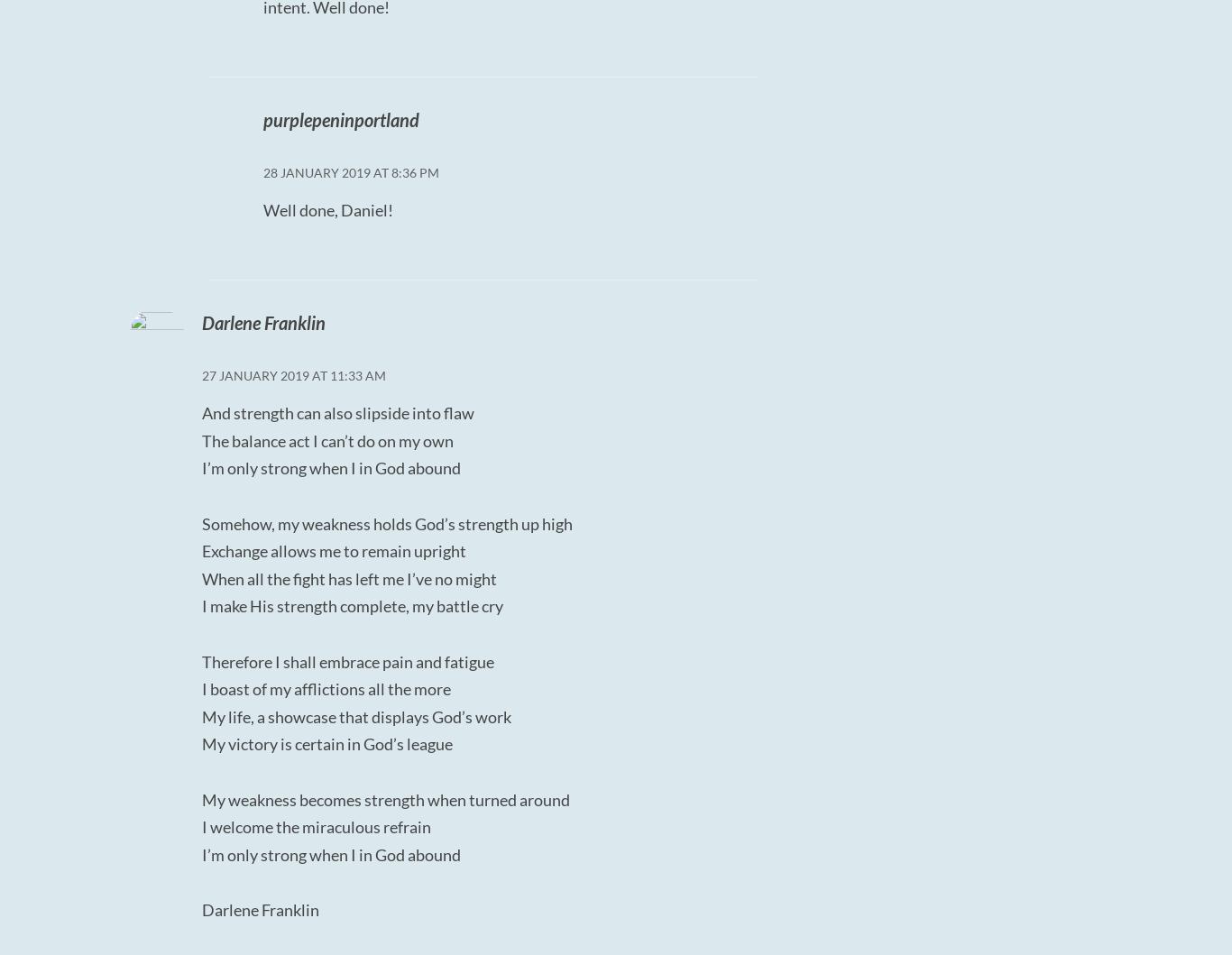 This screenshot has height=955, width=1232. What do you see at coordinates (347, 661) in the screenshot?
I see `'Therefore I shall embrace pain and fatigue'` at bounding box center [347, 661].